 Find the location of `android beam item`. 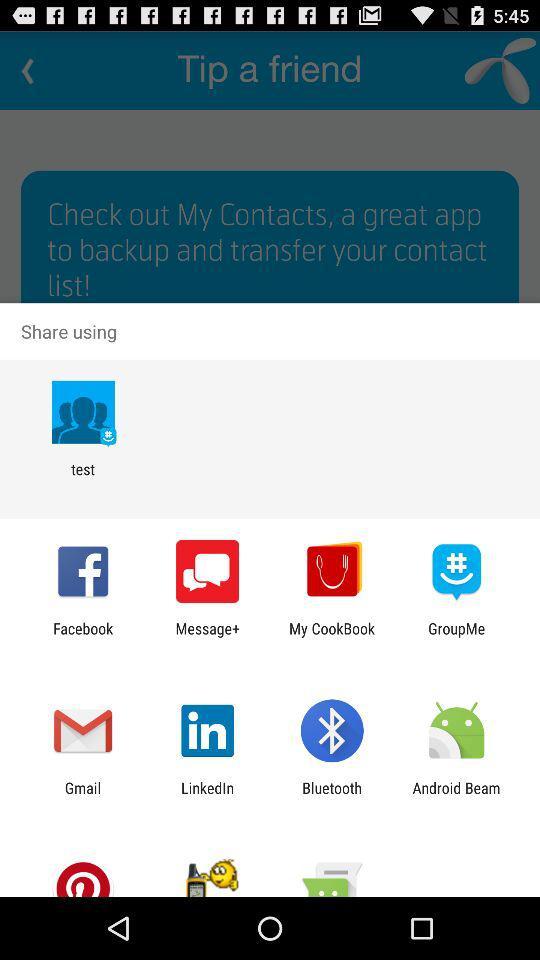

android beam item is located at coordinates (456, 796).